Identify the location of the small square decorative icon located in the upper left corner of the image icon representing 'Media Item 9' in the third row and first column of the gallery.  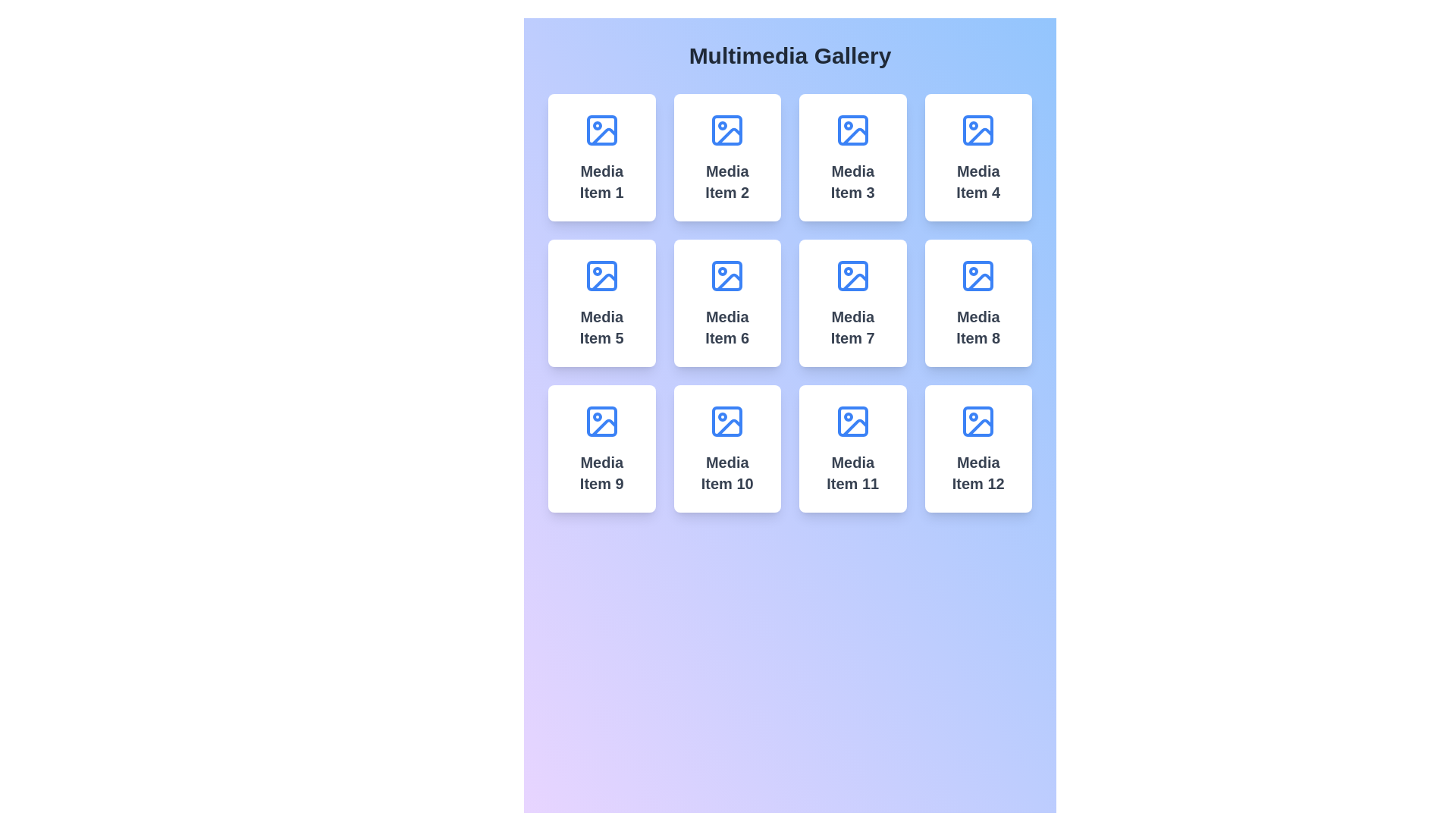
(601, 421).